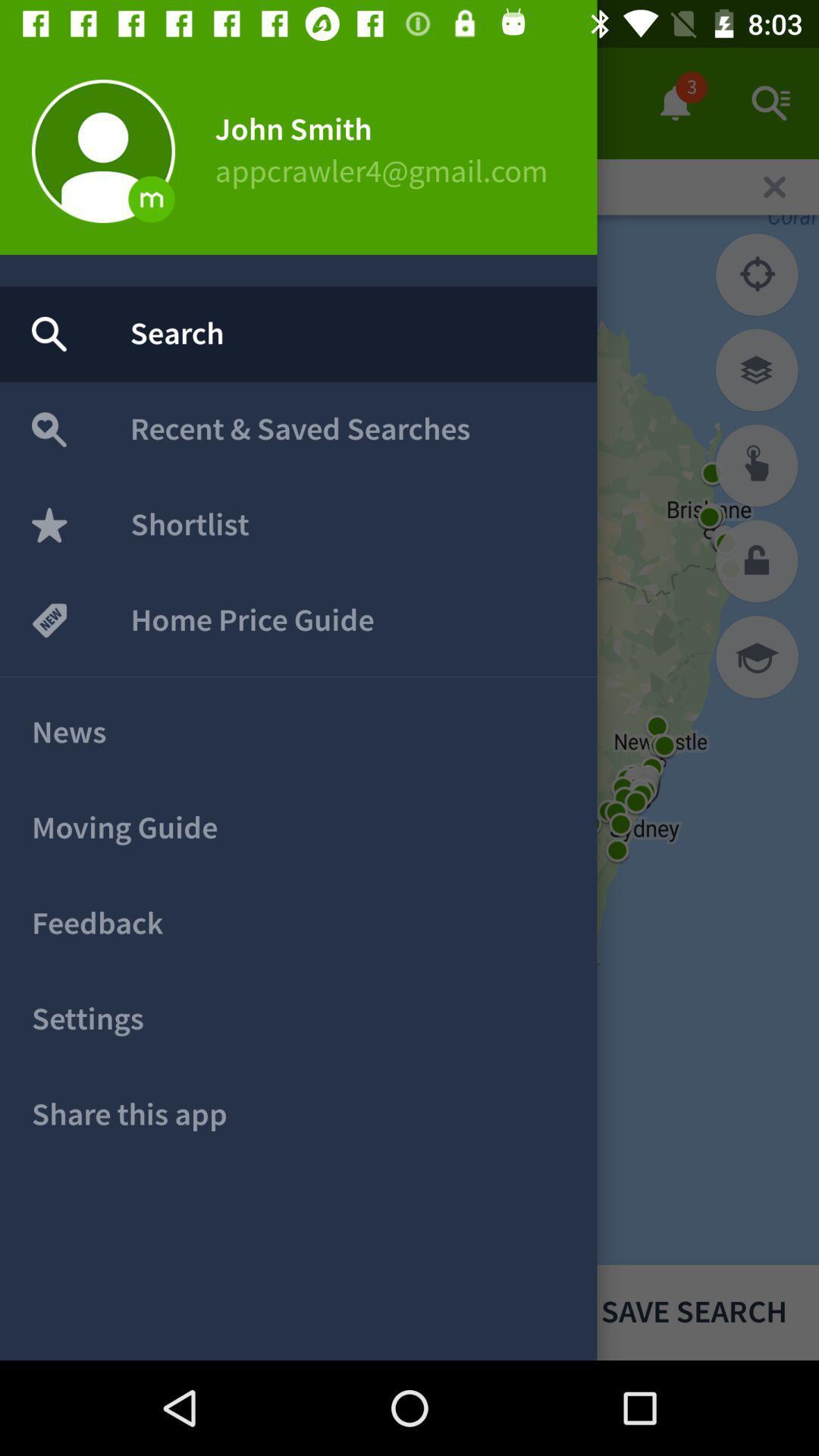 Image resolution: width=819 pixels, height=1456 pixels. Describe the element at coordinates (774, 186) in the screenshot. I see `the close icon` at that location.